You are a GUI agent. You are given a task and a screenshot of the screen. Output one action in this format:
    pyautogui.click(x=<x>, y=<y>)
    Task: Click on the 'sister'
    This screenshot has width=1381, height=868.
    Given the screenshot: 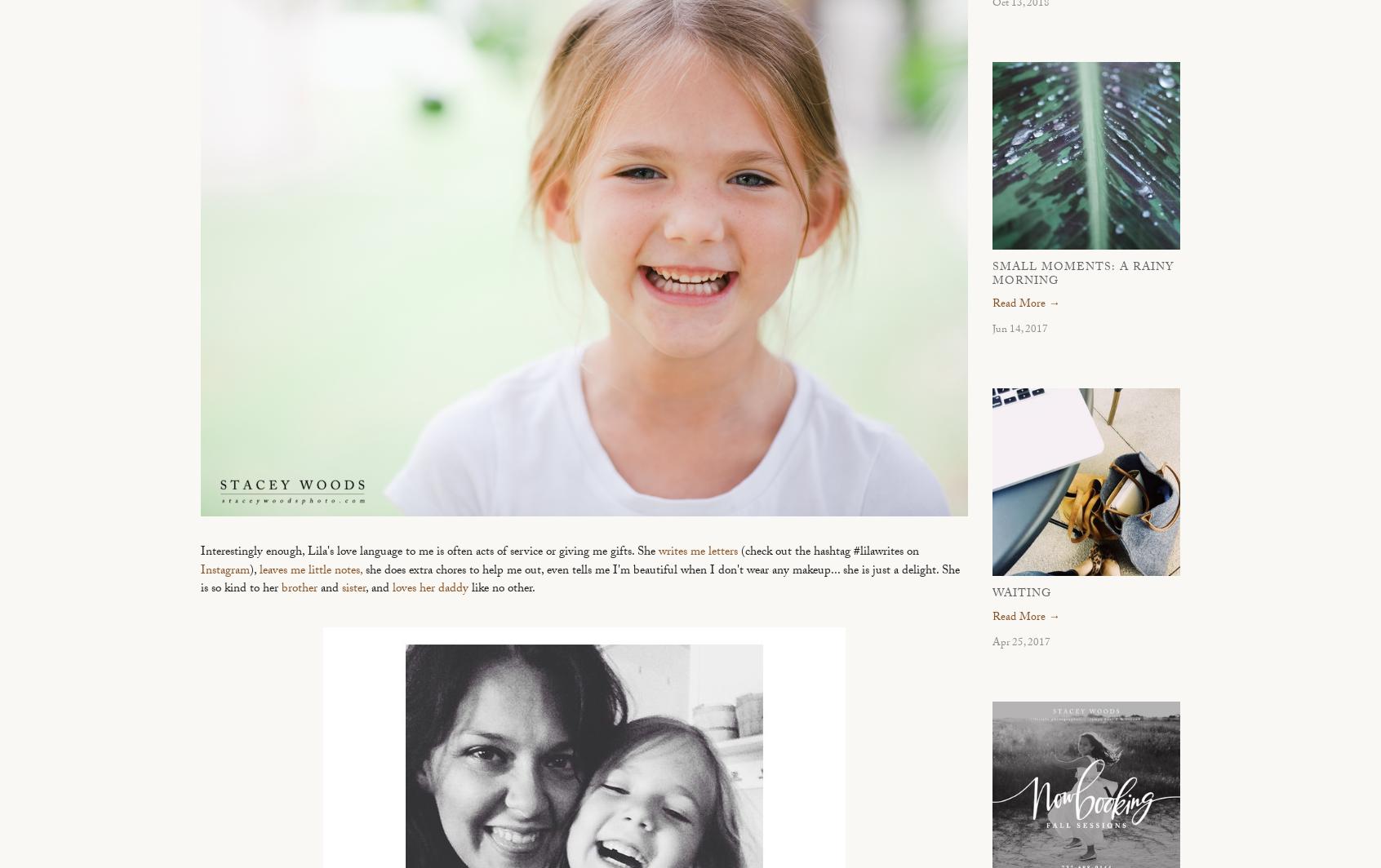 What is the action you would take?
    pyautogui.click(x=353, y=589)
    